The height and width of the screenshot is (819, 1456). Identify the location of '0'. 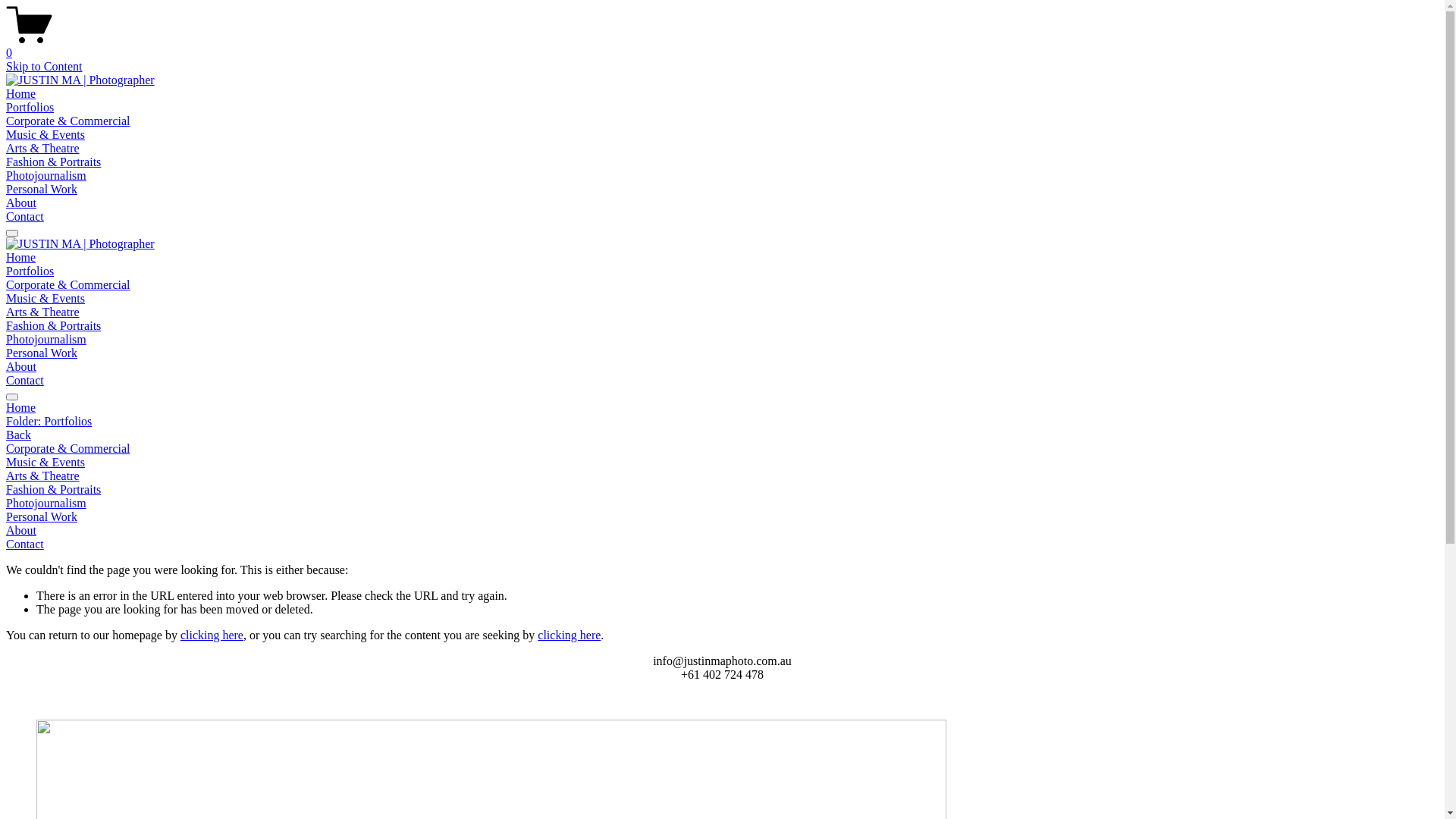
(721, 45).